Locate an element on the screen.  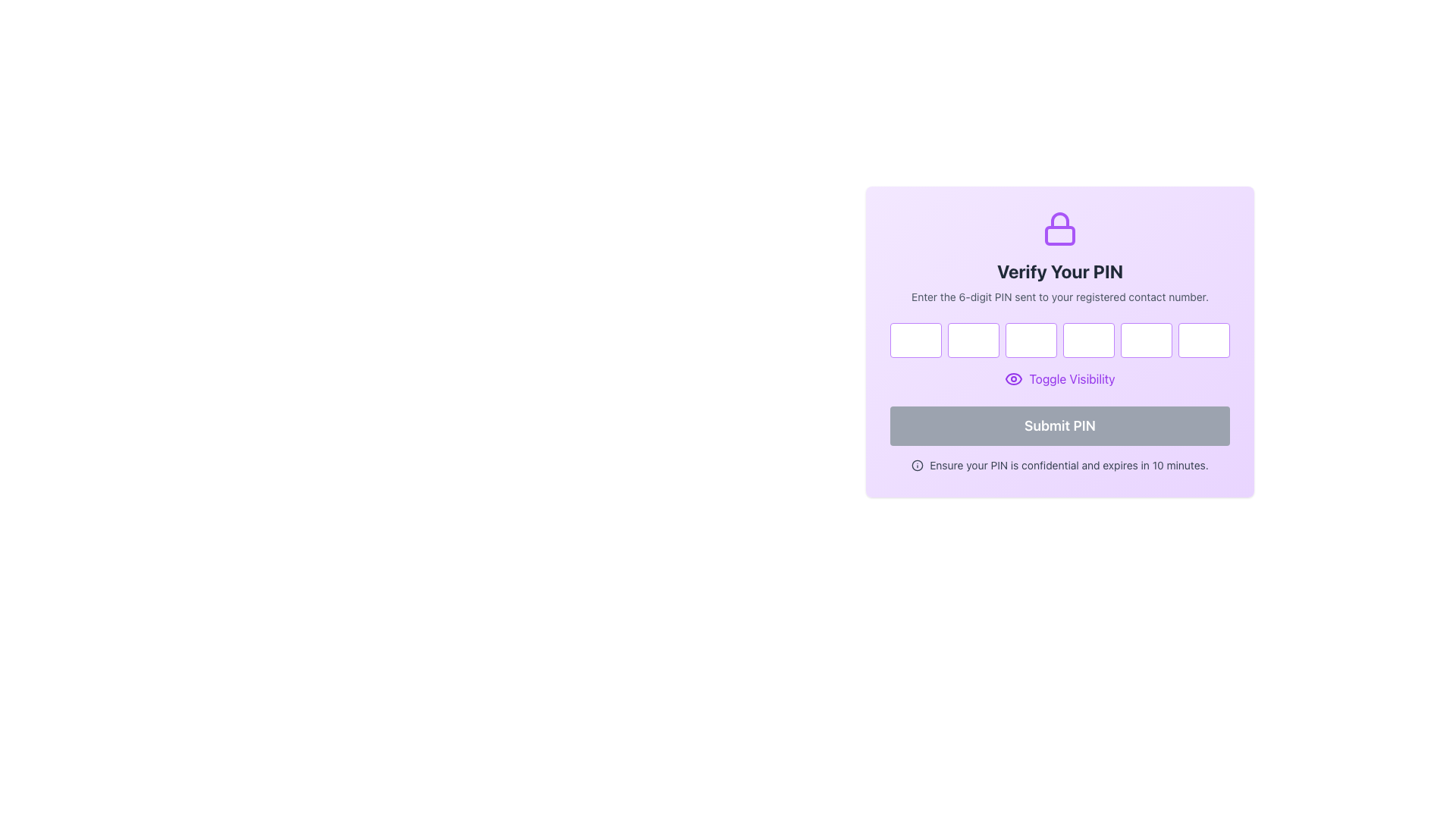
the circular SVG icon representing an informational symbol located to the left of the text 'Ensure your PIN is confidential and expires in 10 minutes.' is located at coordinates (917, 464).